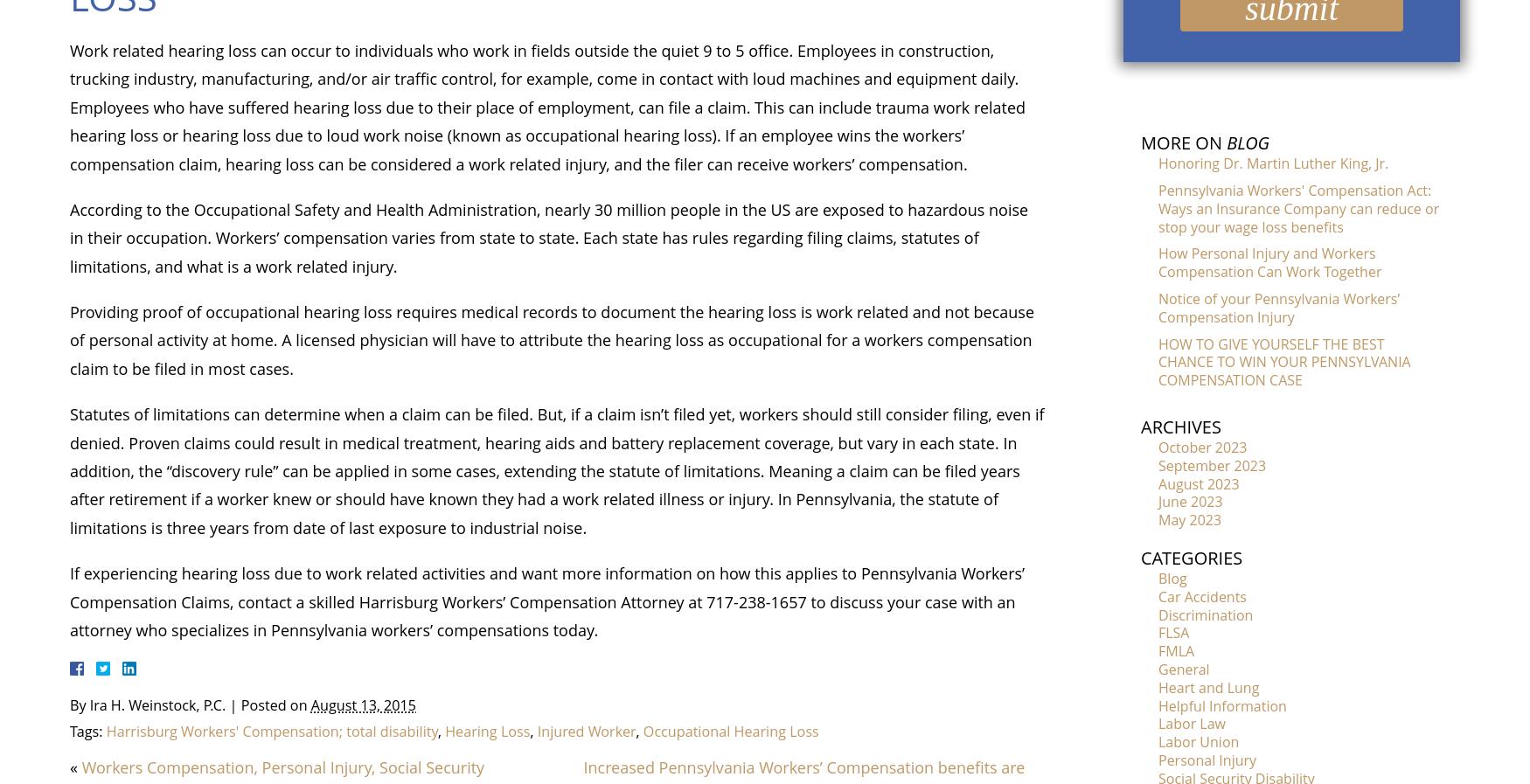 The image size is (1530, 784). Describe the element at coordinates (1298, 206) in the screenshot. I see `'Pennsylvania Workers' Compensation Act: Ways an Insurance Company can reduce or stop your wage loss benefits'` at that location.